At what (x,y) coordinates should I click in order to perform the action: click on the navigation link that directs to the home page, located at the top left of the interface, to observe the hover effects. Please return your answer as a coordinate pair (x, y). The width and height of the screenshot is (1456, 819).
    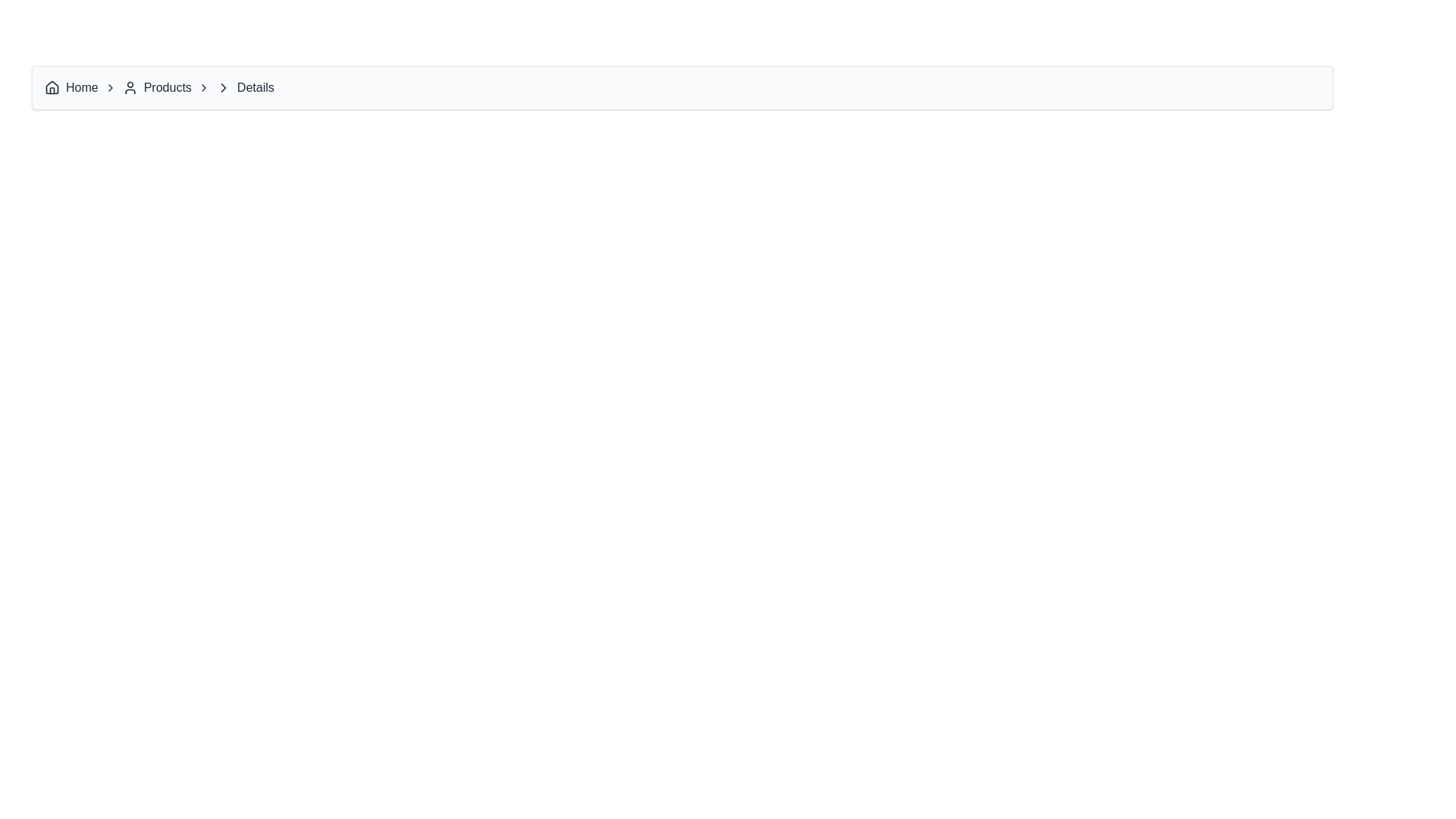
    Looking at the image, I should click on (71, 87).